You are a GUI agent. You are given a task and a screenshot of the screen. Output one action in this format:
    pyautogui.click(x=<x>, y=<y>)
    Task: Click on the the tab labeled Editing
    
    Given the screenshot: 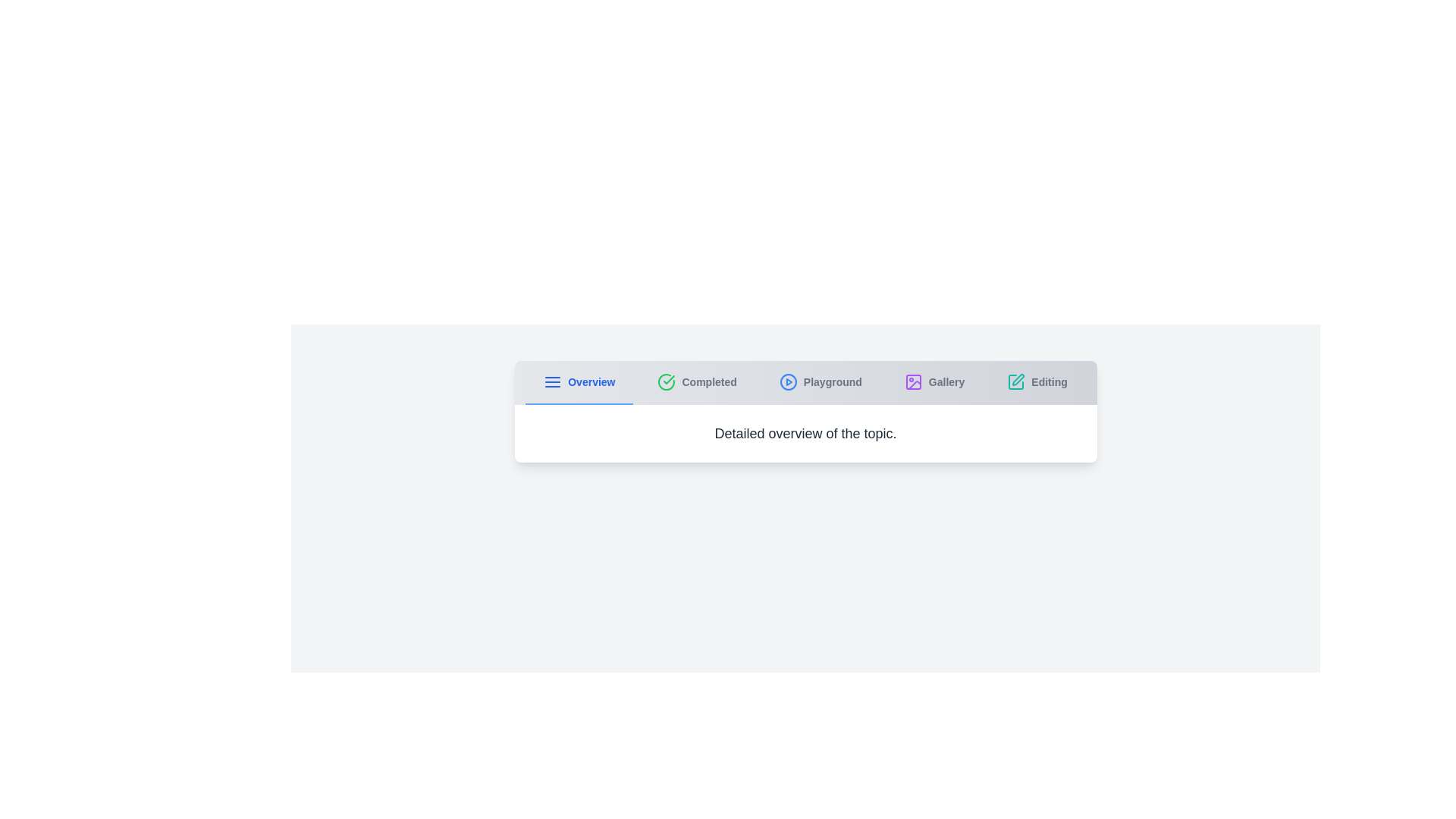 What is the action you would take?
    pyautogui.click(x=1037, y=382)
    